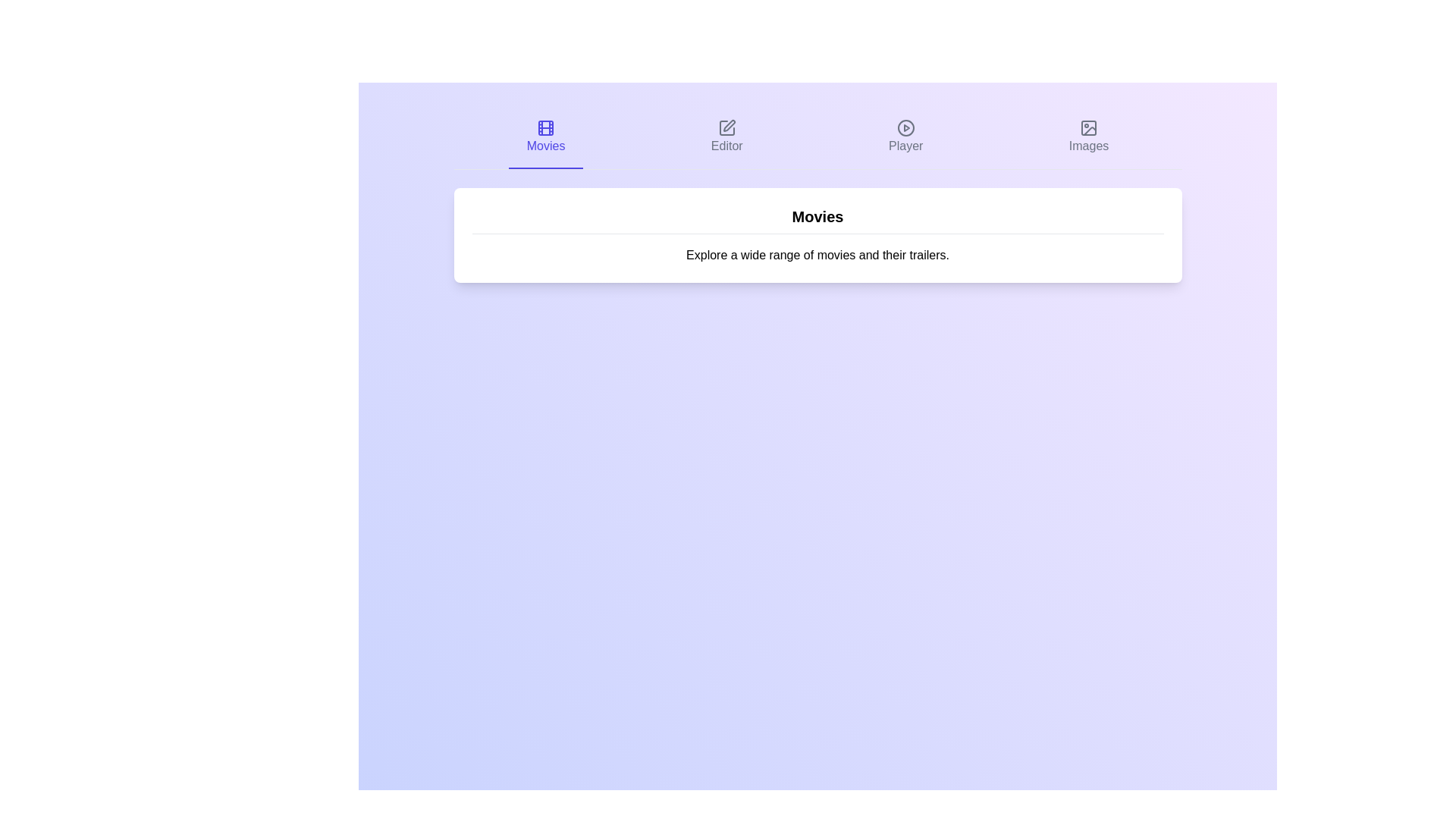  What do you see at coordinates (906, 137) in the screenshot?
I see `the tab Player to activate it` at bounding box center [906, 137].